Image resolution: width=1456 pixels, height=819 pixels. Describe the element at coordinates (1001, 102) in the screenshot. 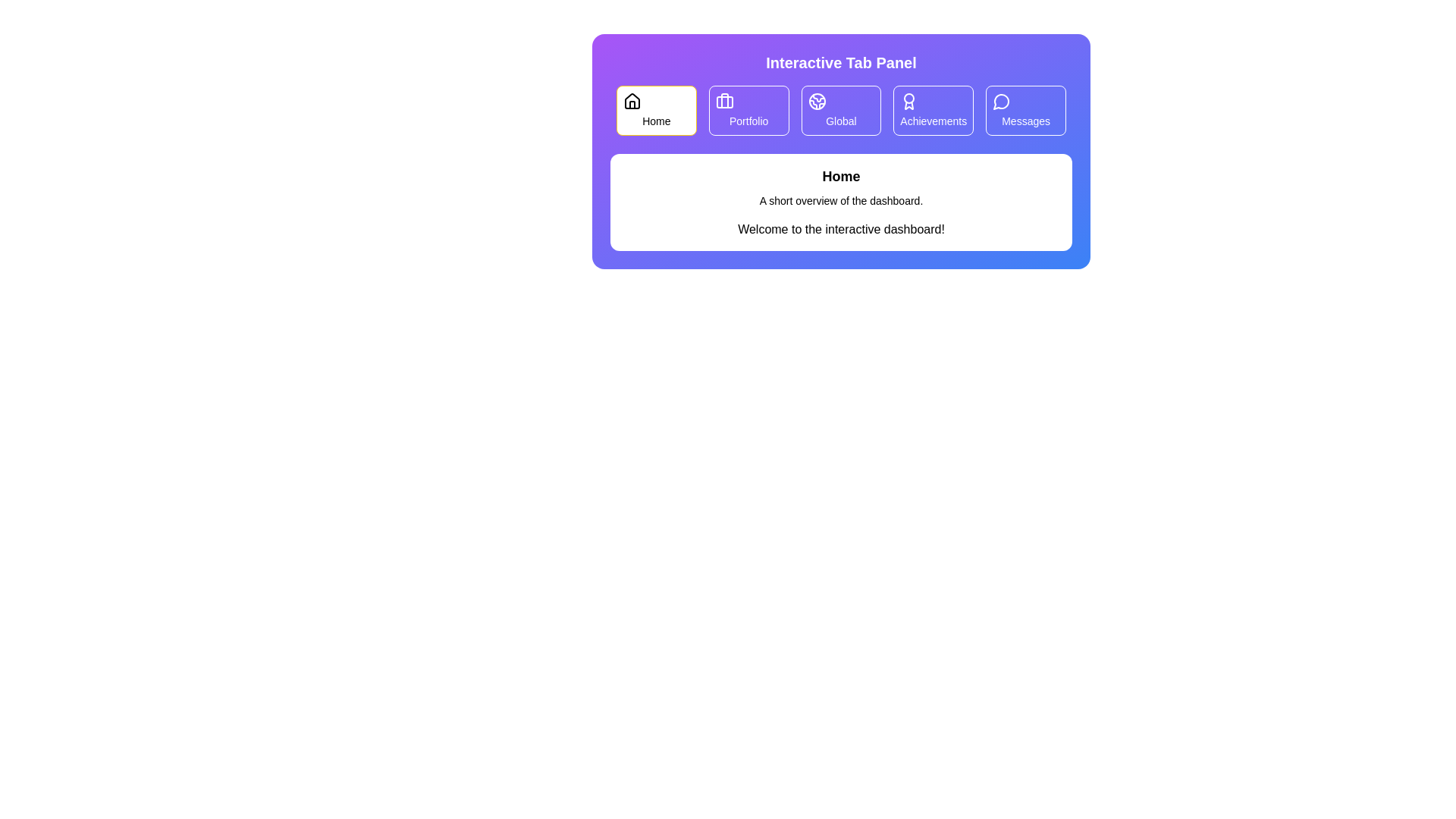

I see `the Messages icon located at the top-right corner of the primary tab panel` at that location.